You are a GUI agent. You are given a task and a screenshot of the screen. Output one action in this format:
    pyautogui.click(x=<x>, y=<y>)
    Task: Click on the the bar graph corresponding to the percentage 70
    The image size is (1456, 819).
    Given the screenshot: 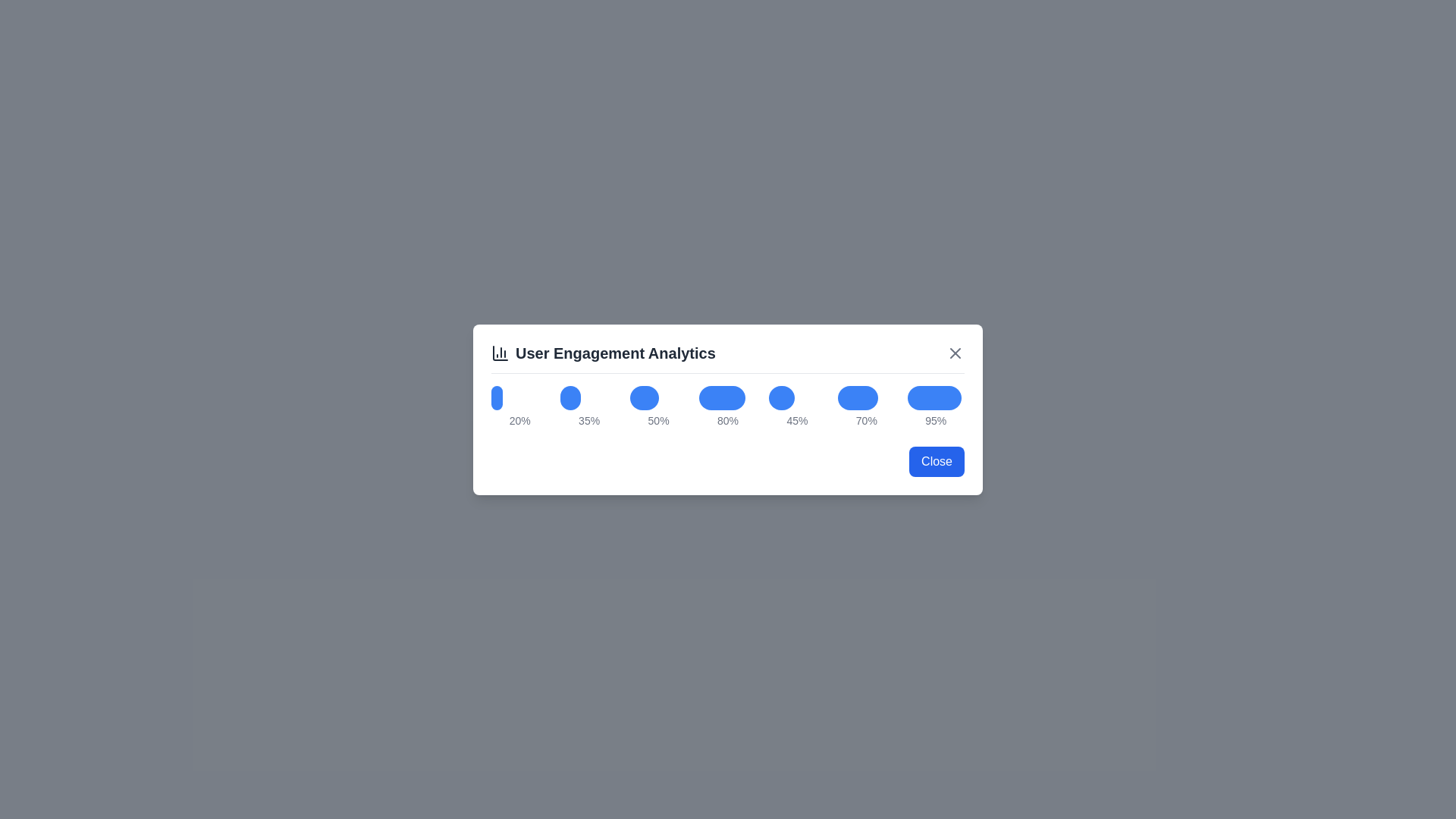 What is the action you would take?
    pyautogui.click(x=858, y=397)
    